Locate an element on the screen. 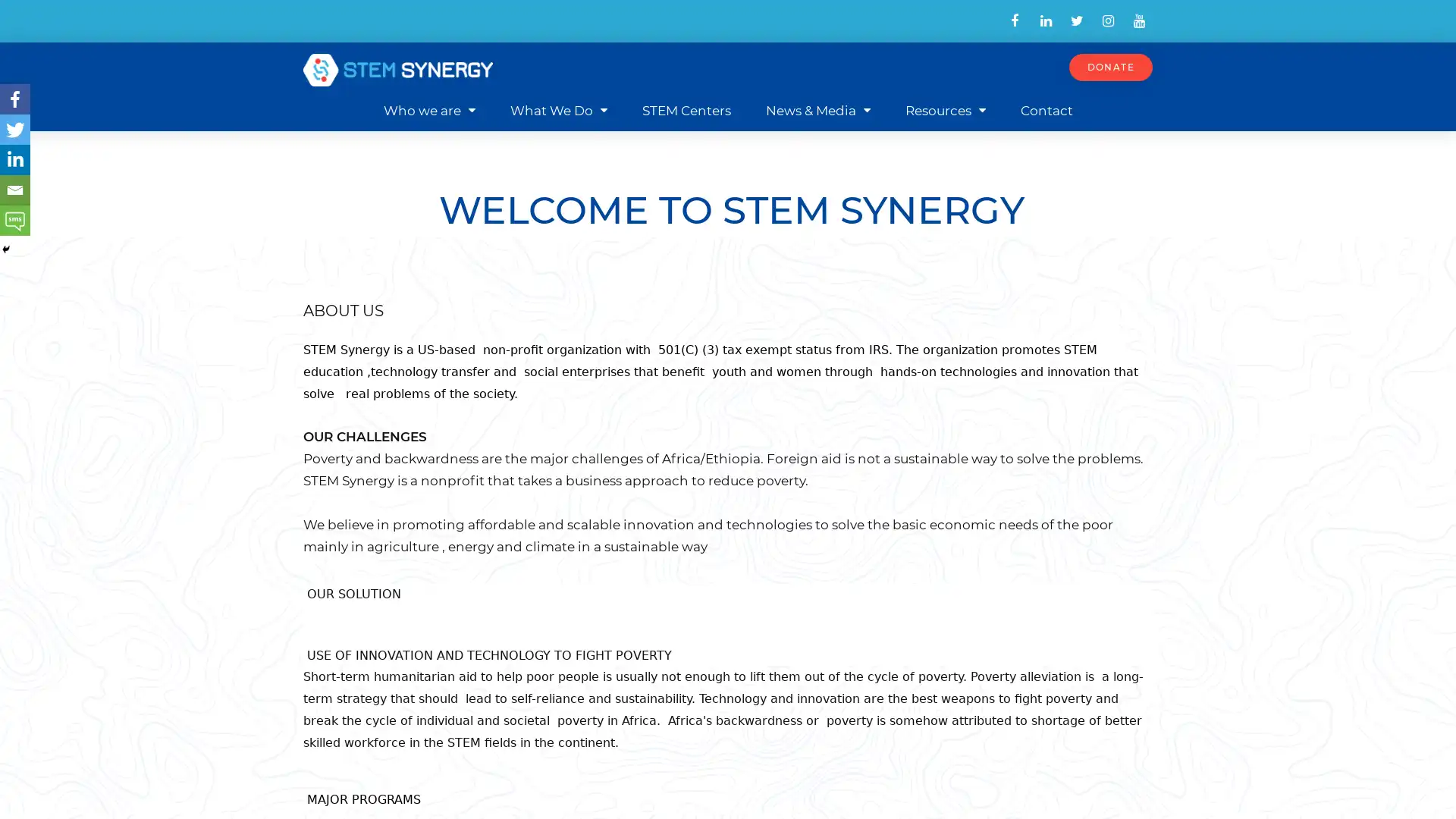  DONATE is located at coordinates (1110, 66).